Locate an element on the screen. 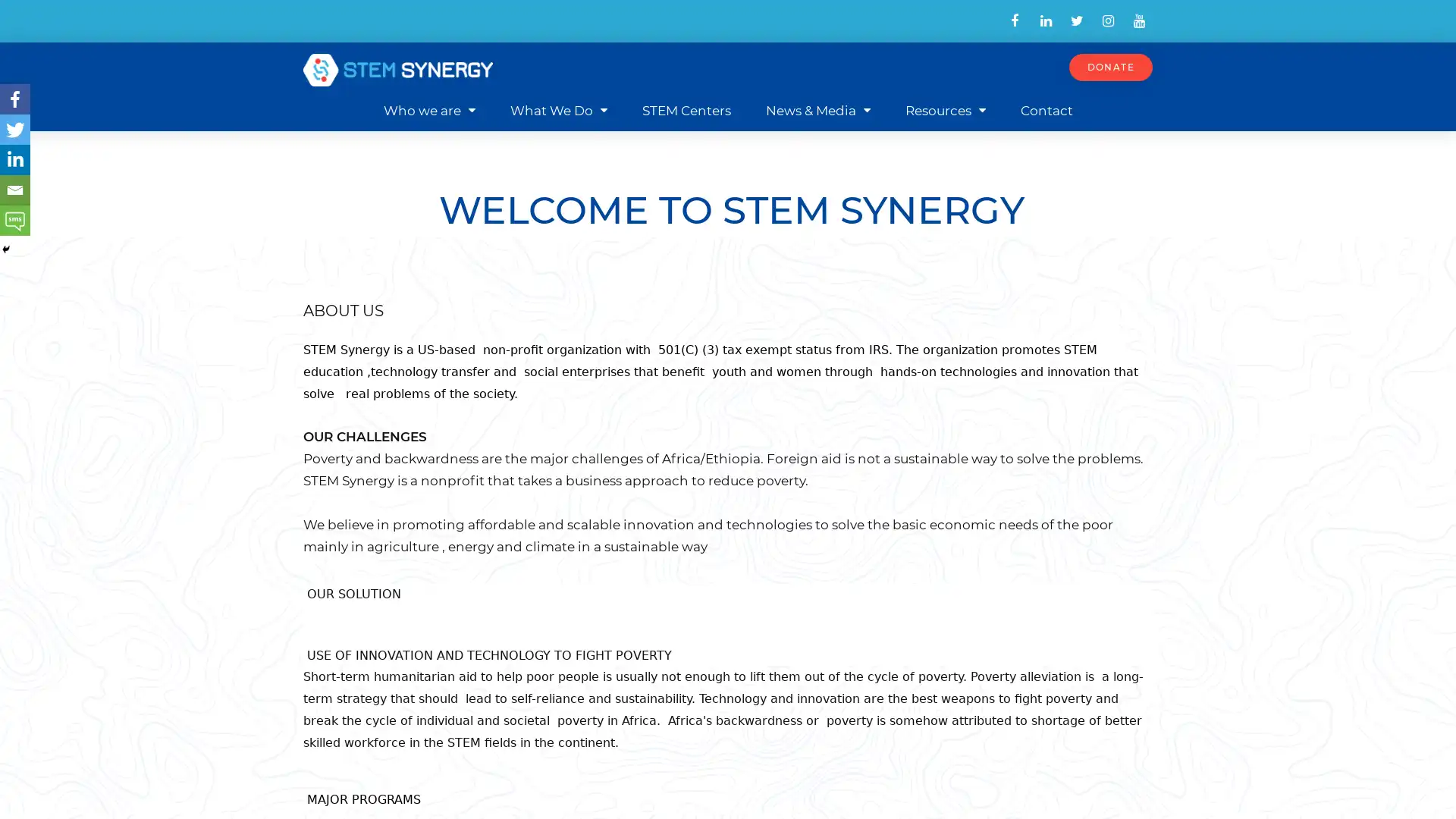  DONATE is located at coordinates (1110, 66).